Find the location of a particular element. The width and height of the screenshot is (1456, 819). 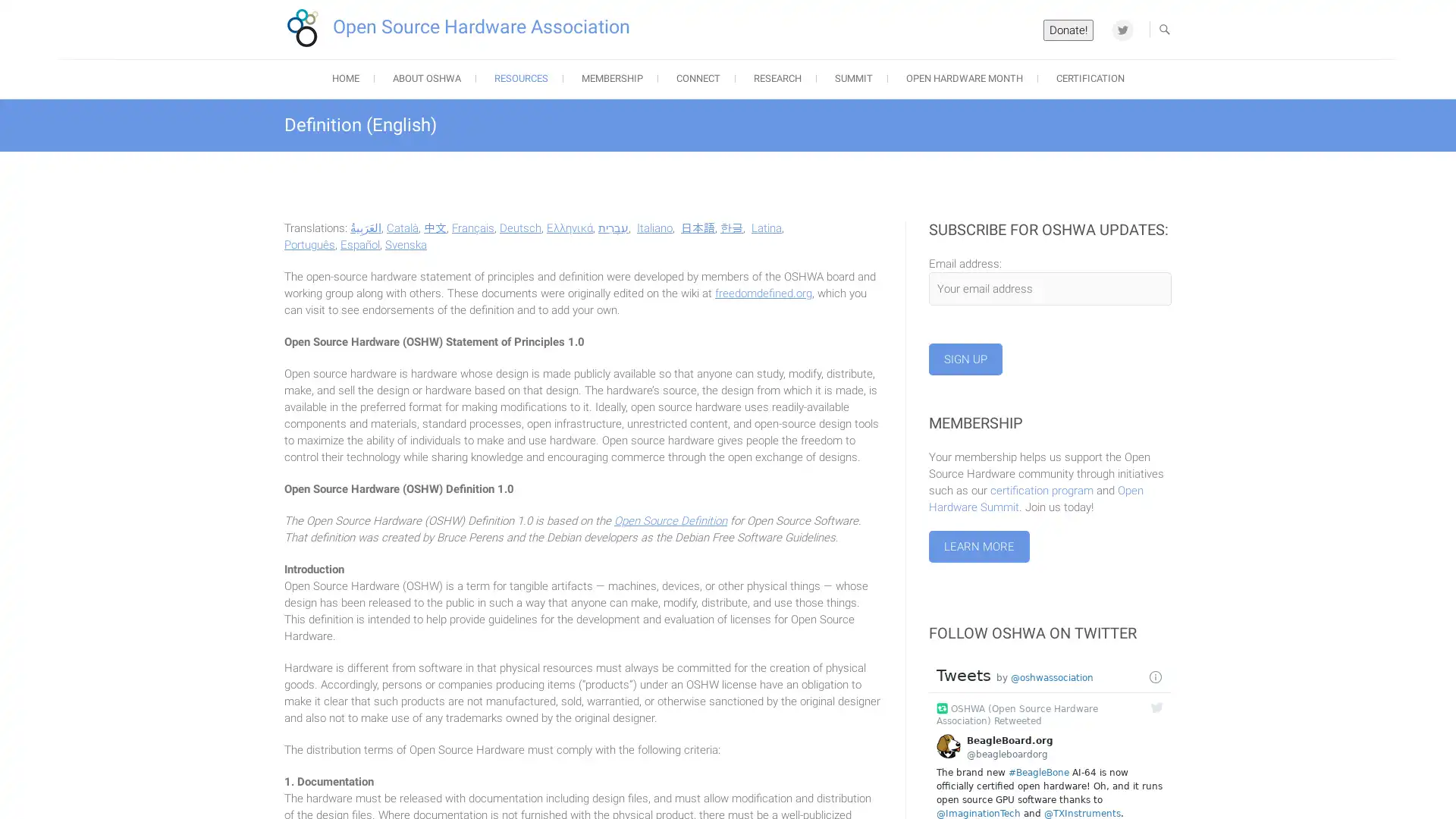

Donate! is located at coordinates (1068, 30).